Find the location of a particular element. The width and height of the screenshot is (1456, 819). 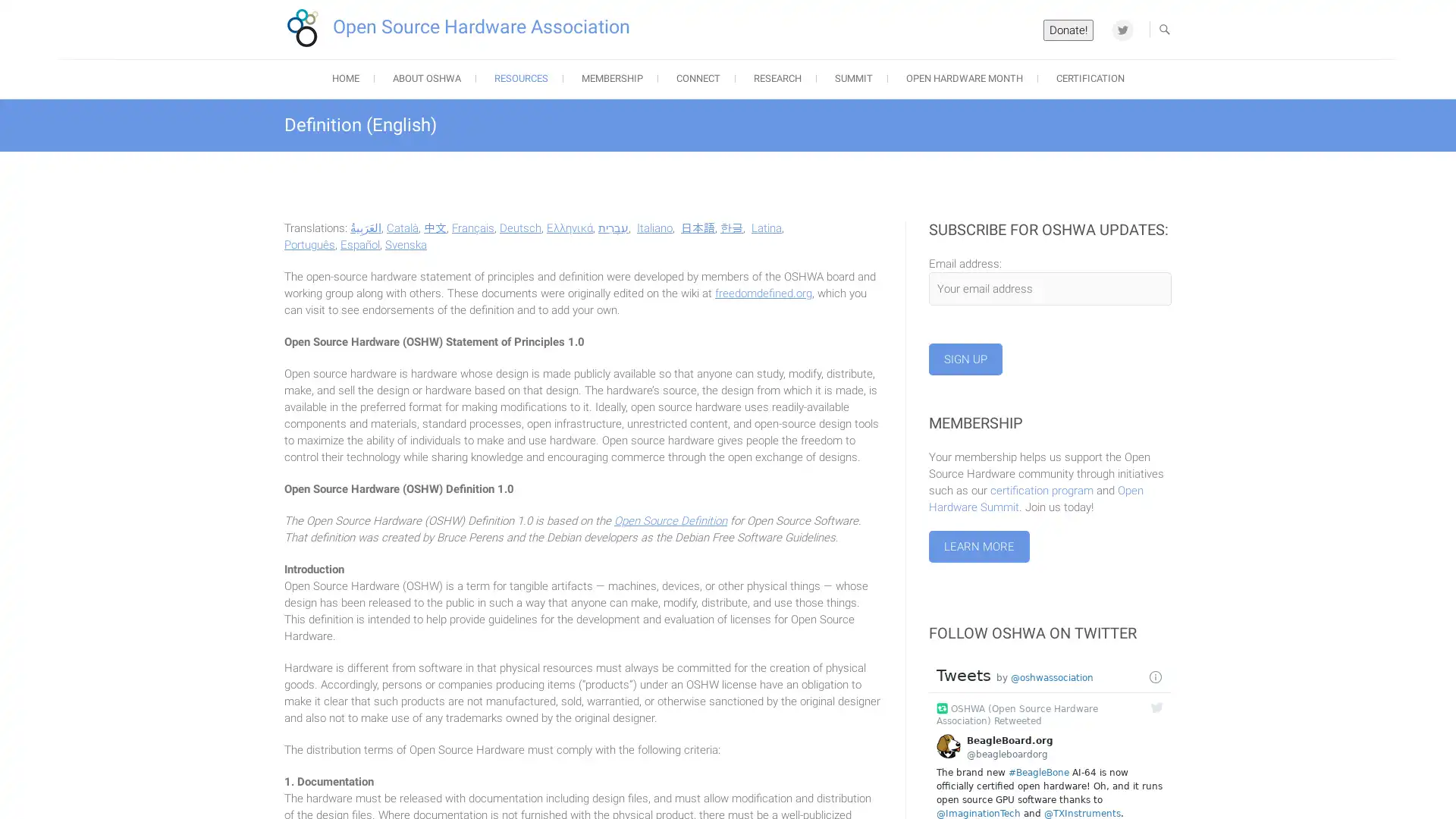

Donate! is located at coordinates (1068, 30).